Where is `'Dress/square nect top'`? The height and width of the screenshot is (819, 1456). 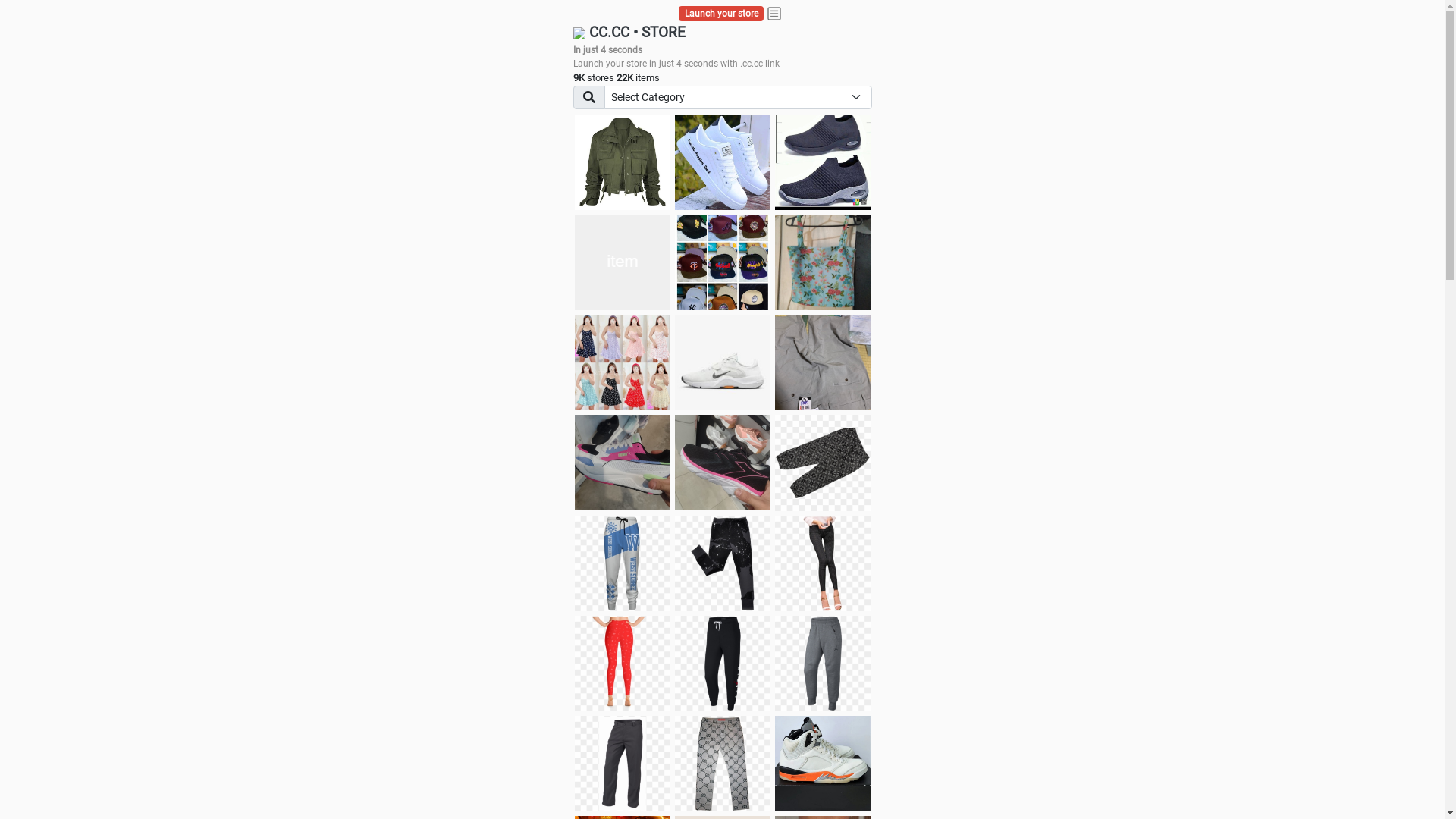
'Dress/square nect top' is located at coordinates (574, 362).